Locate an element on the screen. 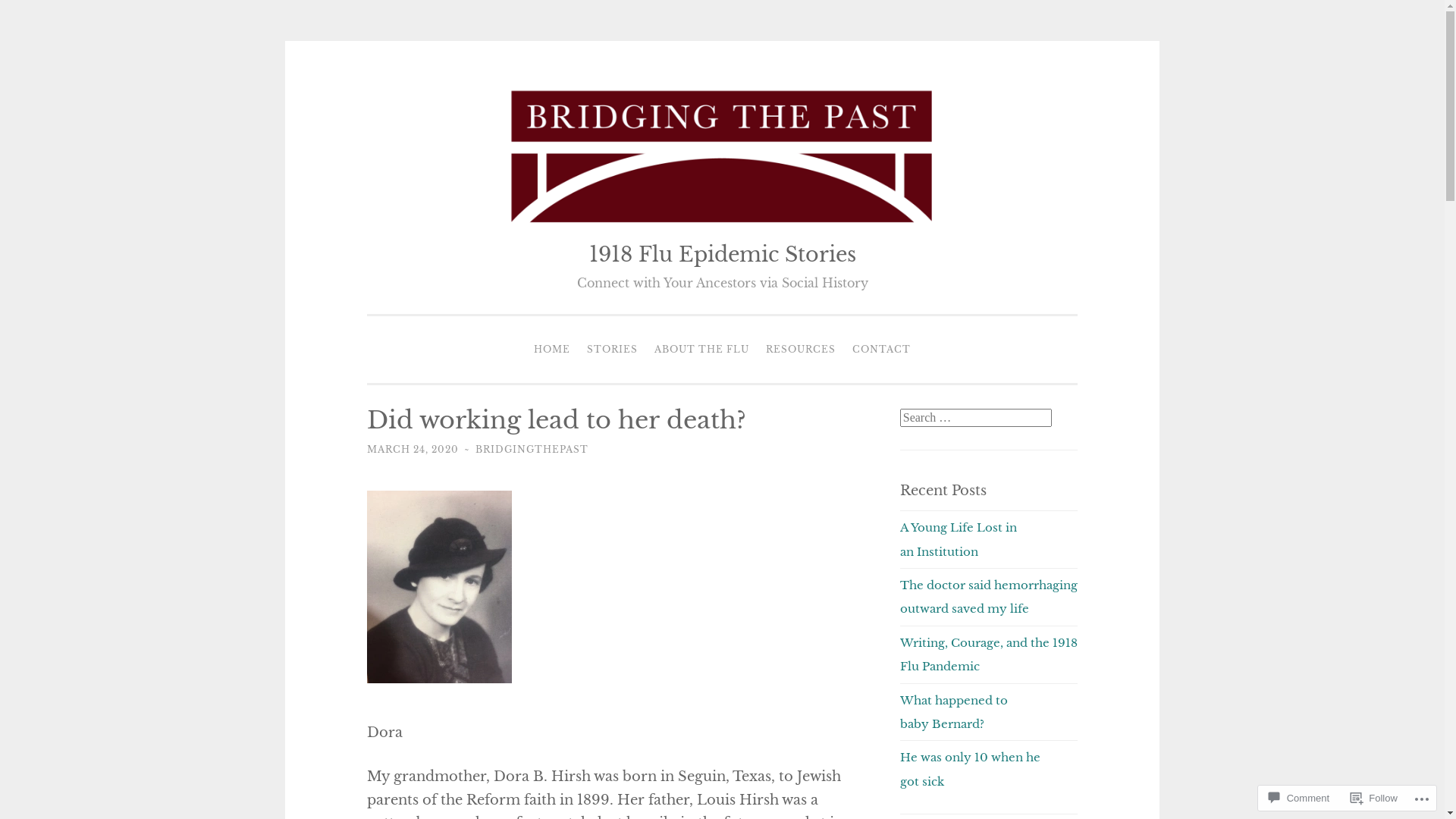 The width and height of the screenshot is (1456, 819). 'Writing, Courage, and the 1918 Flu Pandemic' is located at coordinates (989, 654).